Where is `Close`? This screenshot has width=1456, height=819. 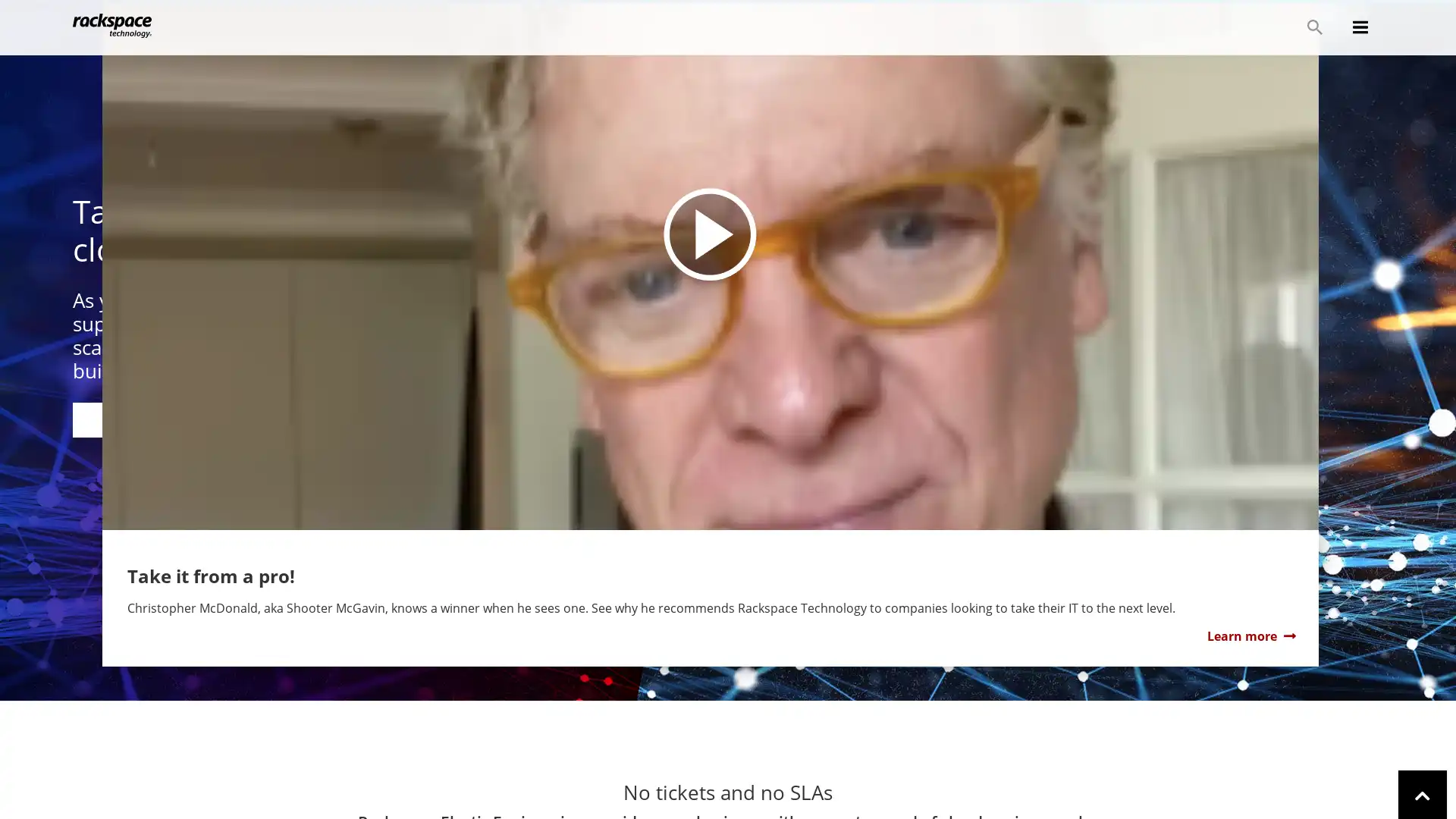 Close is located at coordinates (1430, 785).